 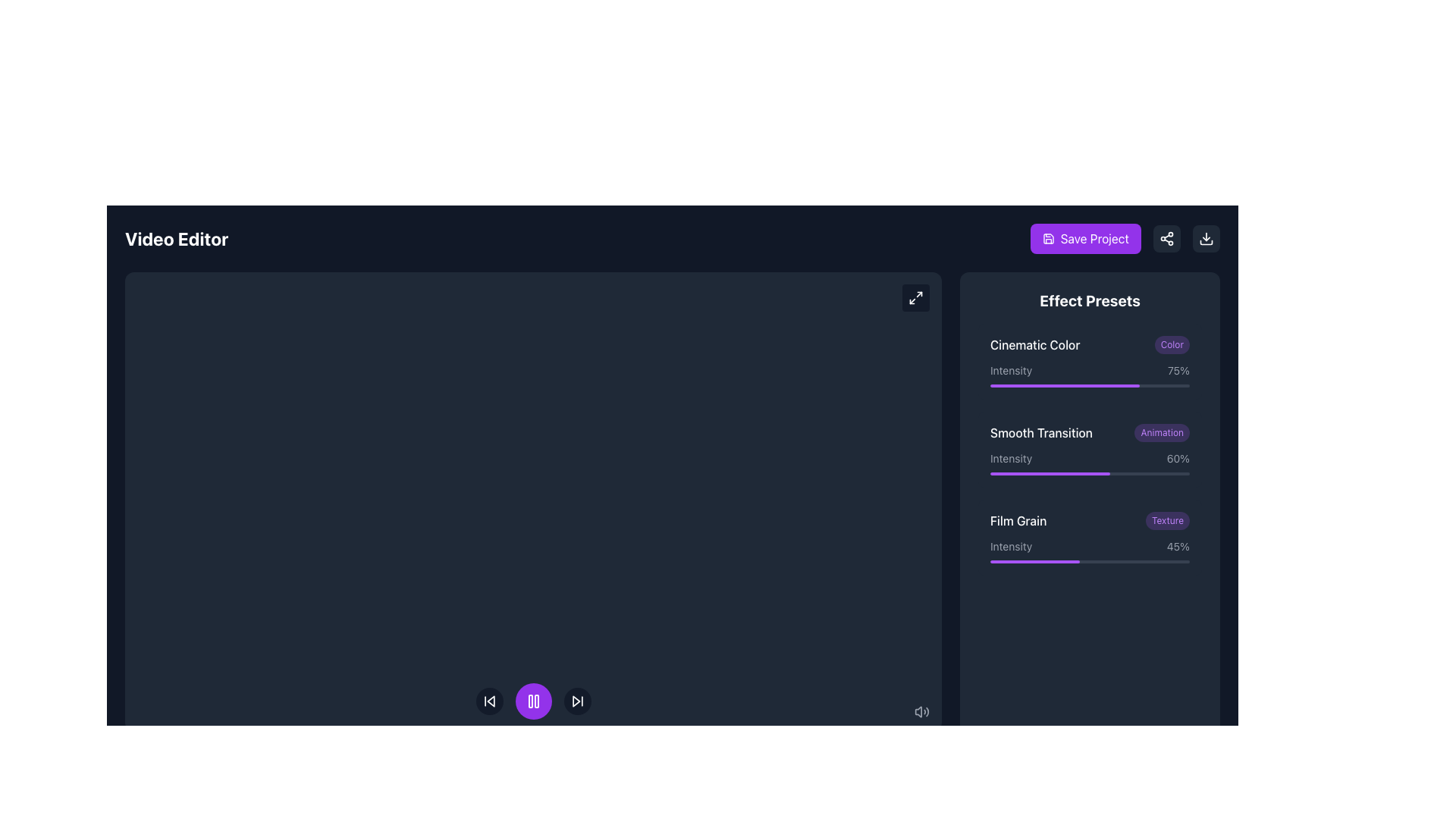 I want to click on the purple 'Save Project' button located in the top-right corner of the interface, so click(x=1125, y=239).